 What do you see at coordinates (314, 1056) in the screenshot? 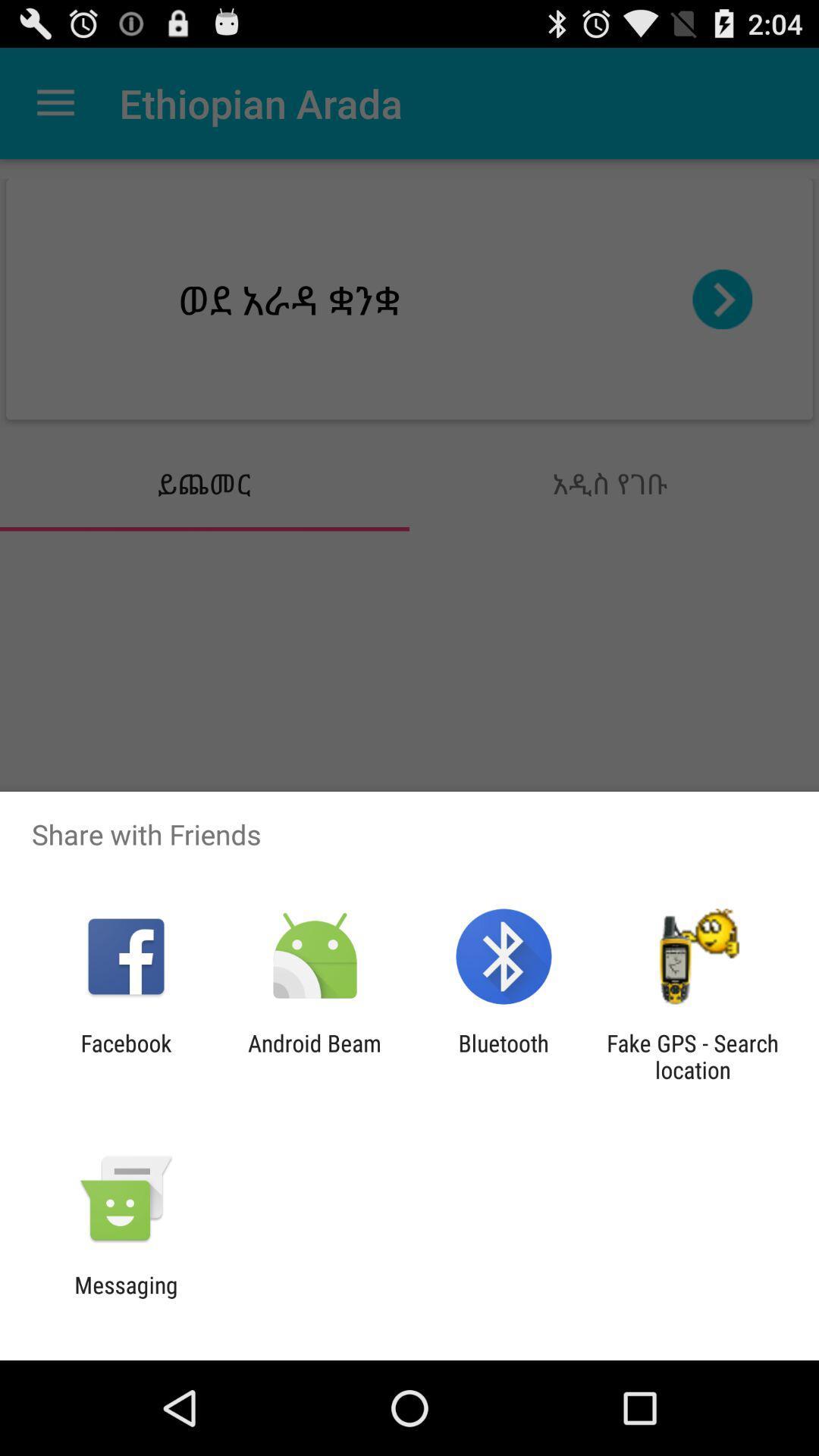
I see `icon to the left of bluetooth app` at bounding box center [314, 1056].